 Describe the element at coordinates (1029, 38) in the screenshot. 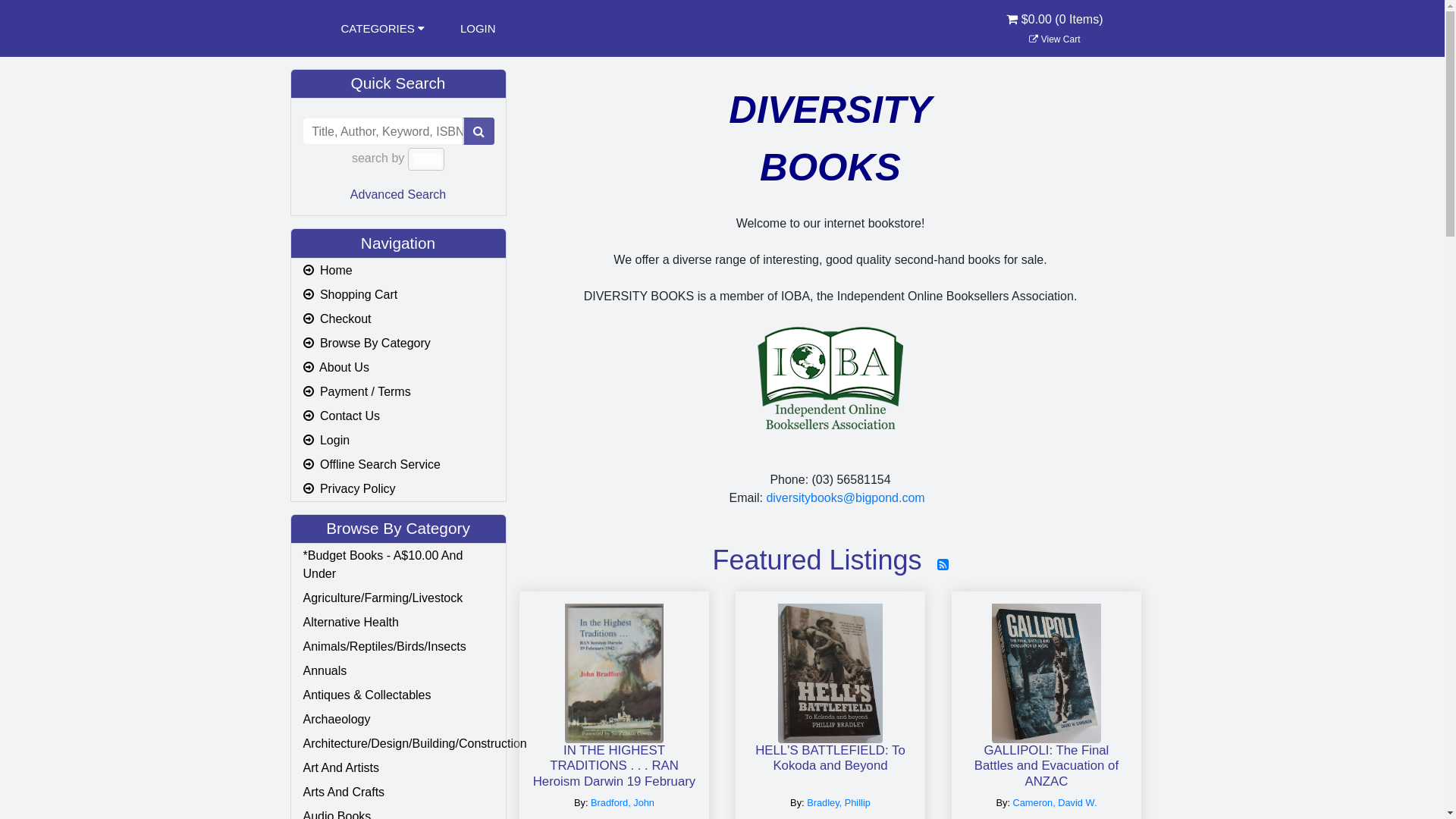

I see `' View Cart'` at that location.